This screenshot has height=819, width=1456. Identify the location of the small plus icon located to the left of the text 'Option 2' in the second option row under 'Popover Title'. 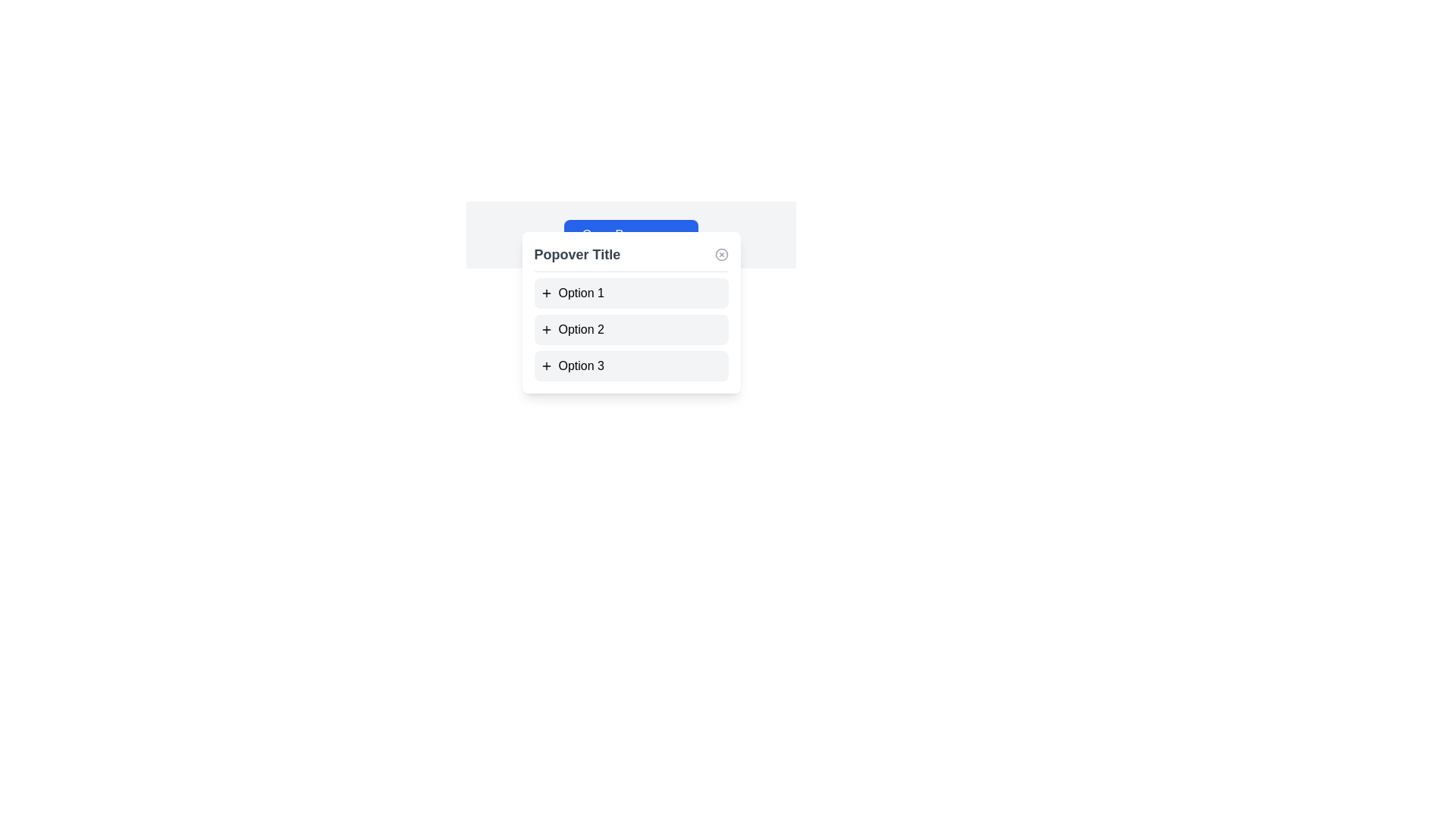
(546, 329).